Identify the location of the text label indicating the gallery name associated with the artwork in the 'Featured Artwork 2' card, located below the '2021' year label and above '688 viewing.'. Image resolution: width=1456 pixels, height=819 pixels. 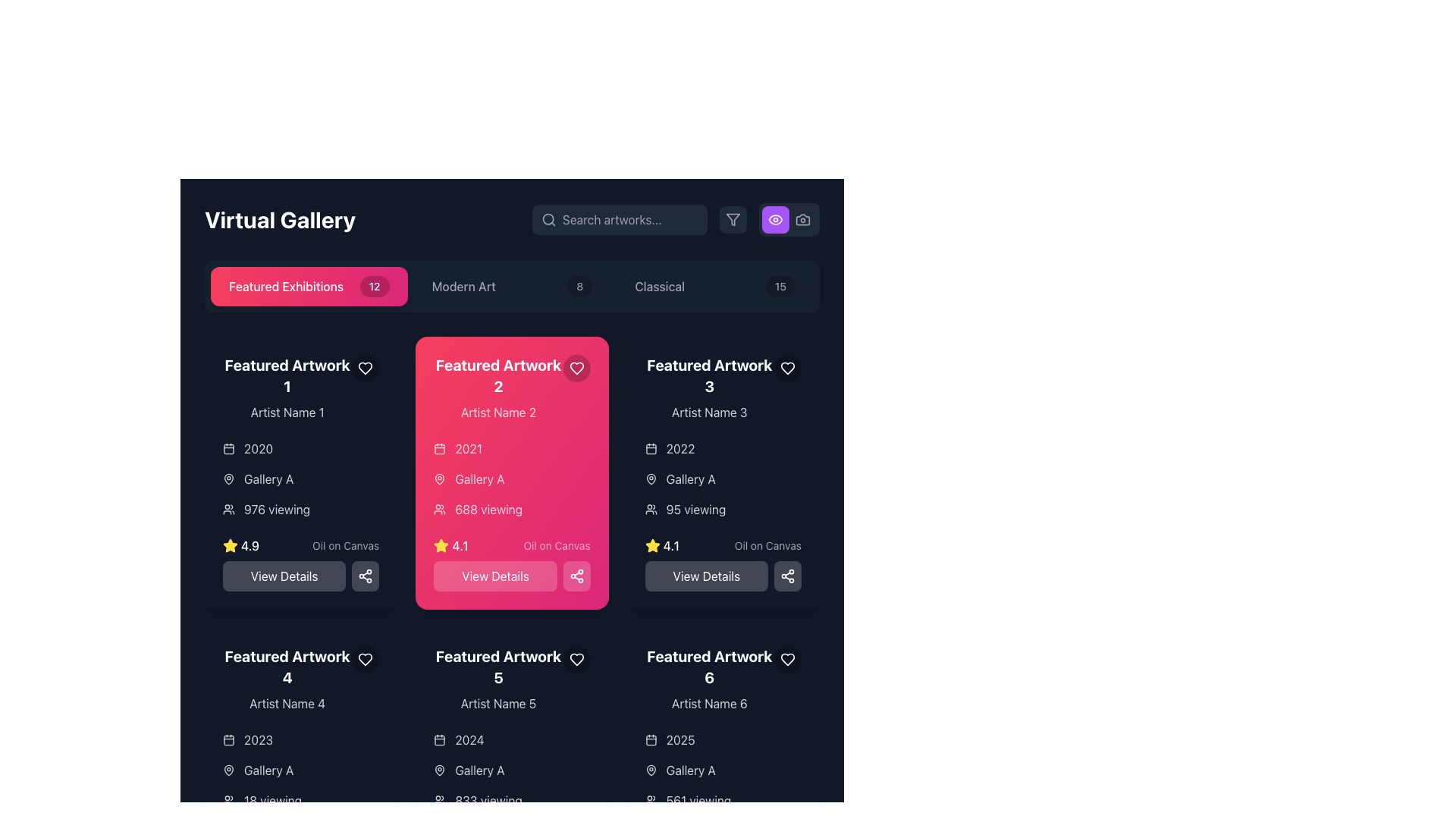
(479, 479).